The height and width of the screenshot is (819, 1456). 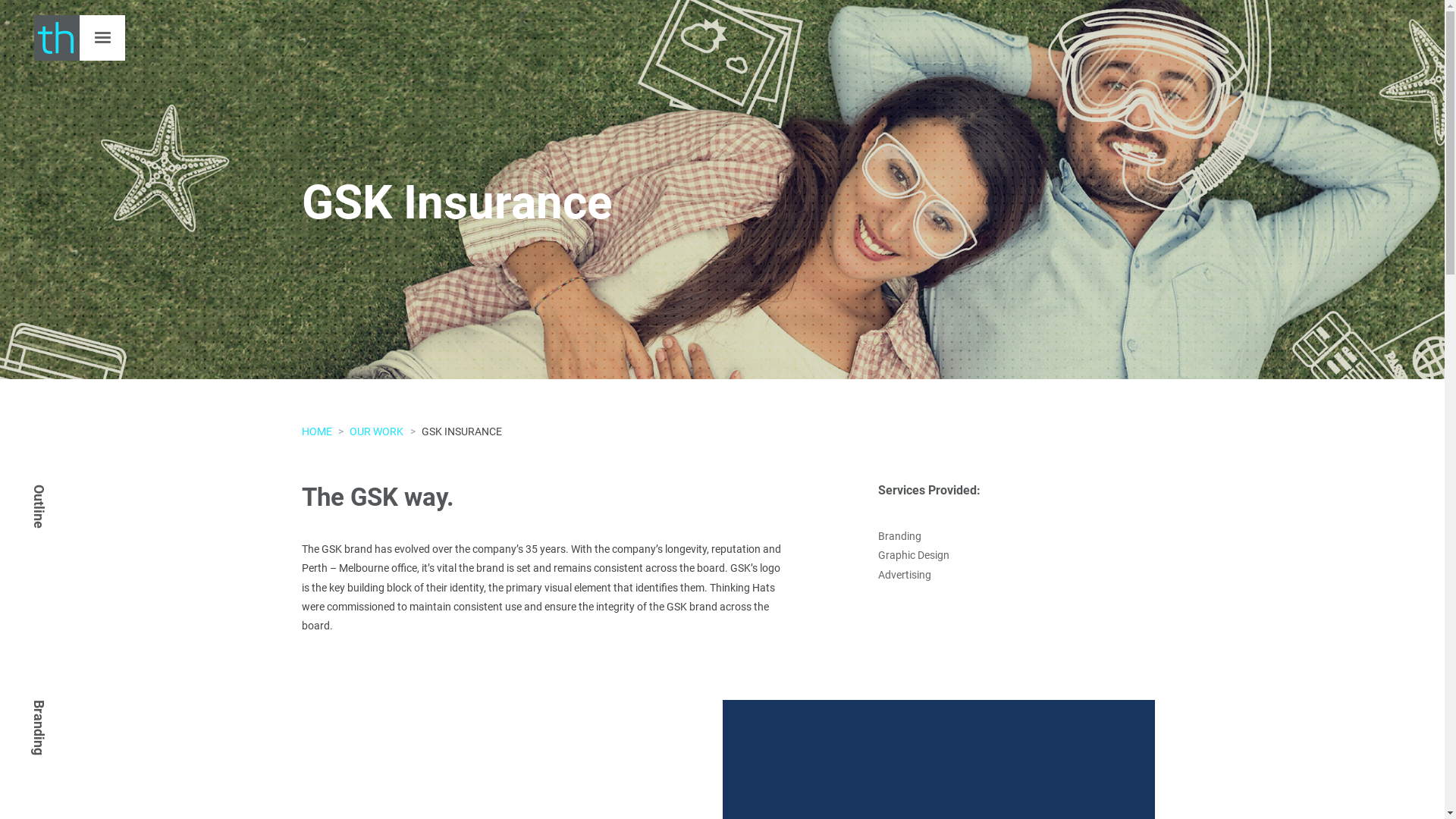 I want to click on 'HOME', so click(x=315, y=431).